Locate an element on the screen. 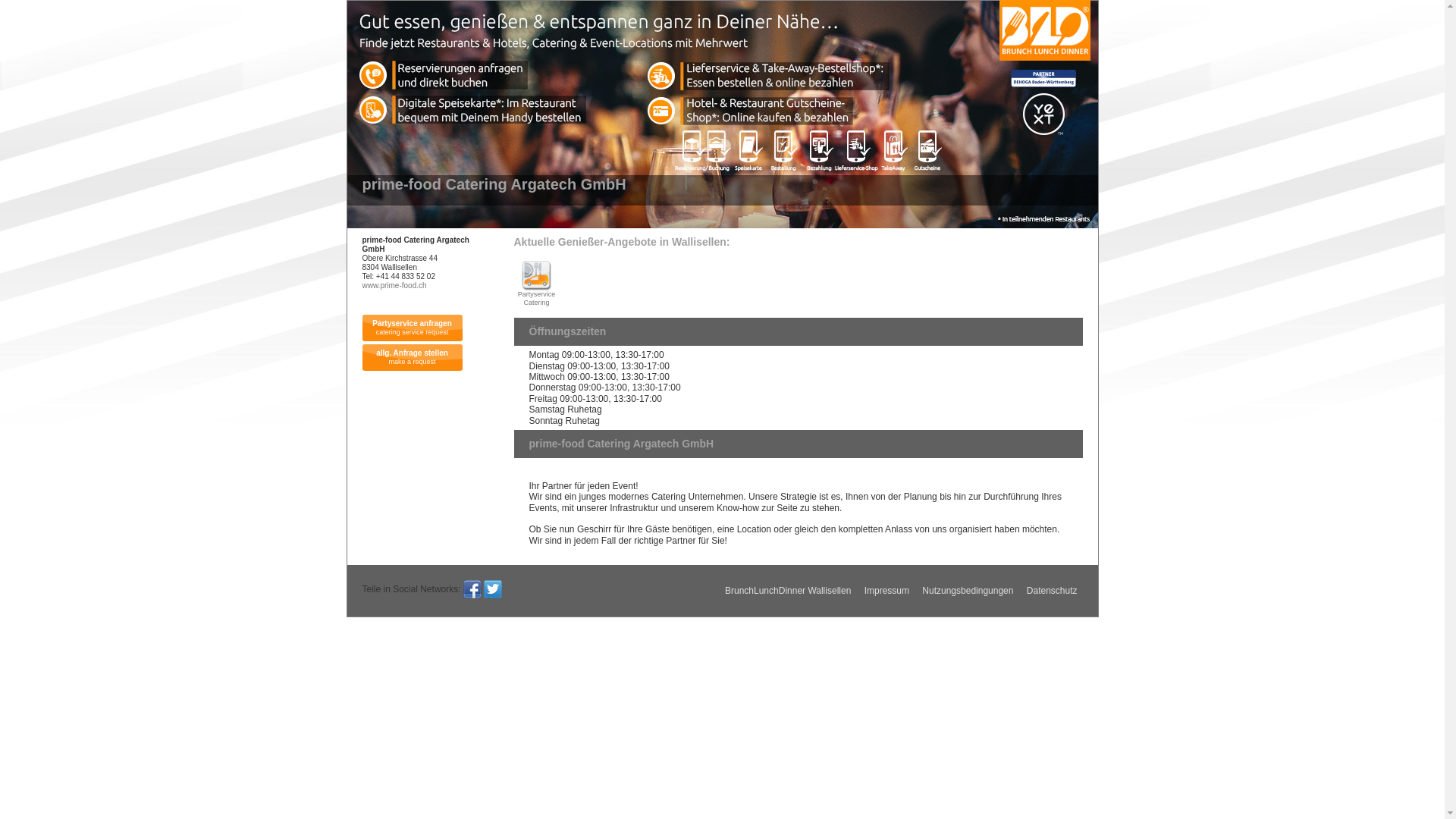 The height and width of the screenshot is (819, 1456). 'Impressum' is located at coordinates (886, 590).